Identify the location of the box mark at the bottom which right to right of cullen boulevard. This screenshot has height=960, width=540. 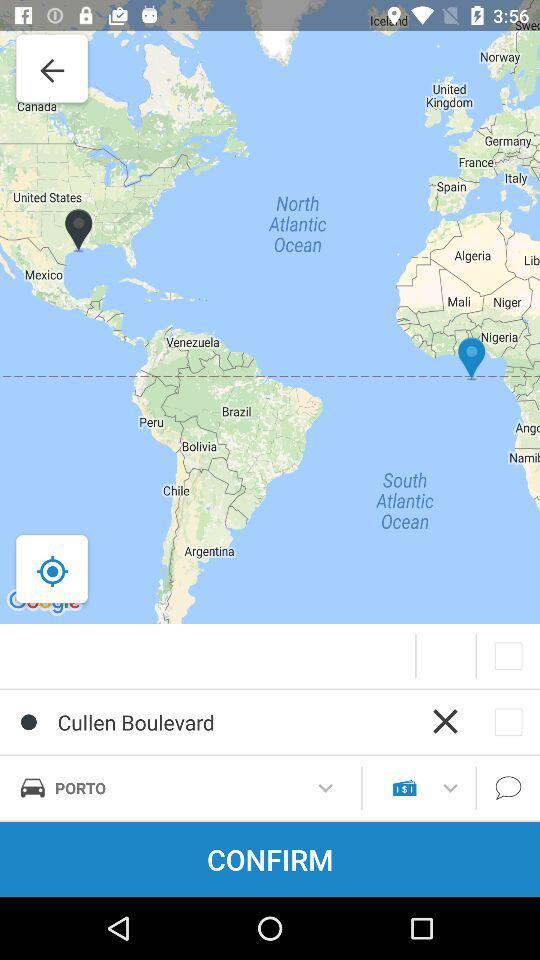
(508, 721).